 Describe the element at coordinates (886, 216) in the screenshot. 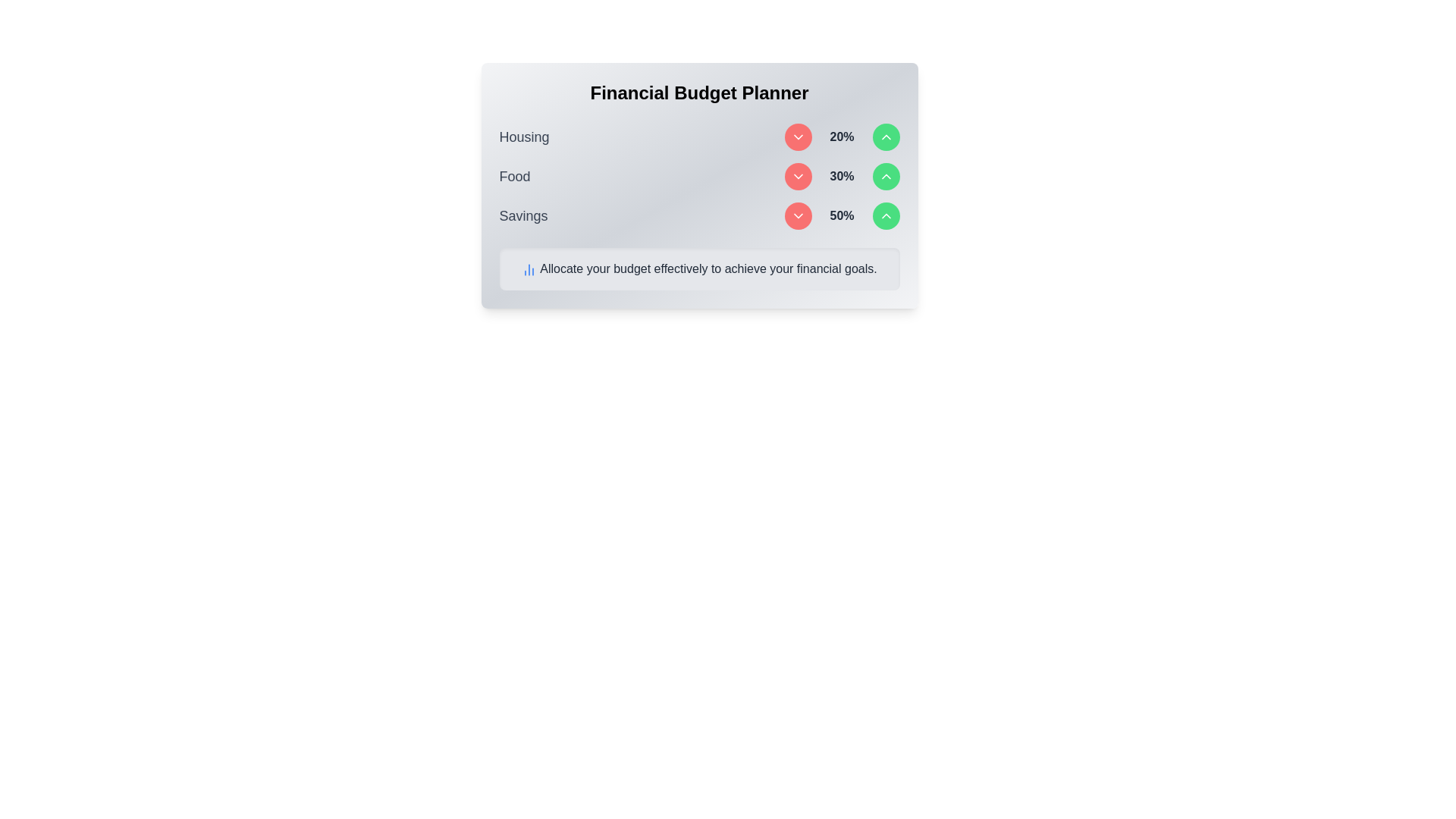

I see `the button to increase the percentage value associated with the financial category 'Savings', located in the last row of a vertically stacked list, aligned to the right of the percentage value '50%'` at that location.